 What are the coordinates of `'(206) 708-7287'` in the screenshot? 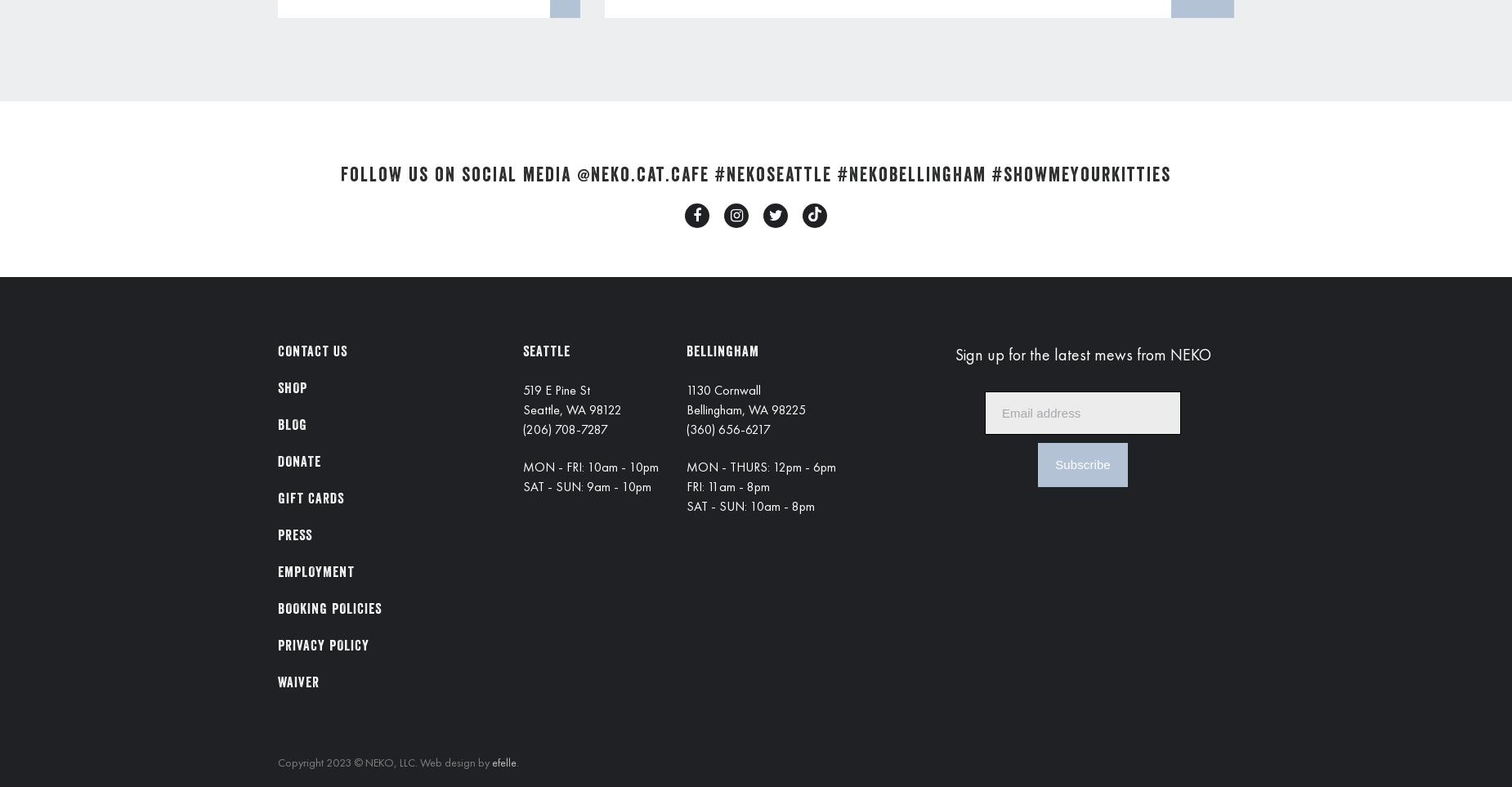 It's located at (566, 428).